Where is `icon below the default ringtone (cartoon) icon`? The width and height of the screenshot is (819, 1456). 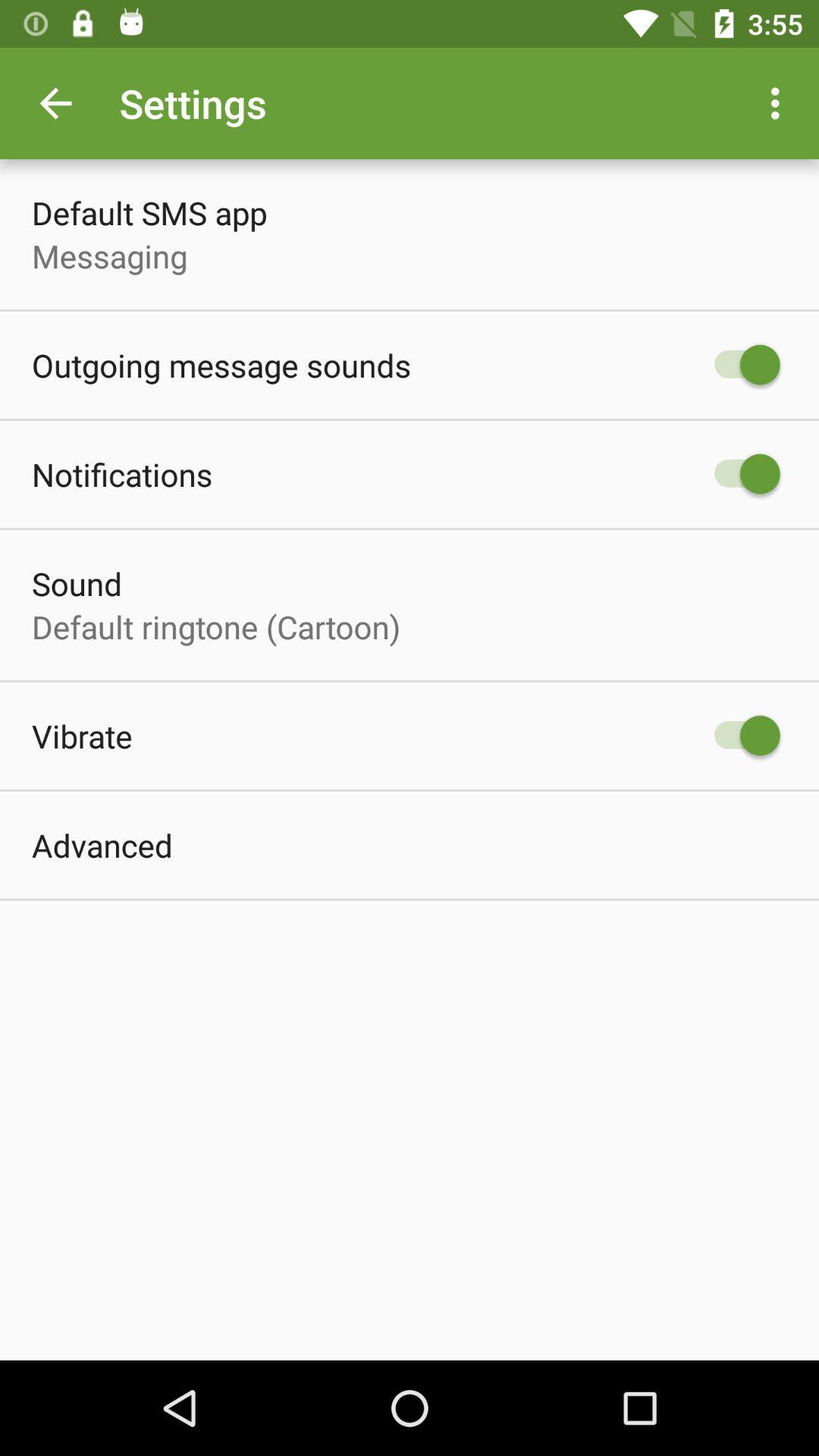
icon below the default ringtone (cartoon) icon is located at coordinates (82, 736).